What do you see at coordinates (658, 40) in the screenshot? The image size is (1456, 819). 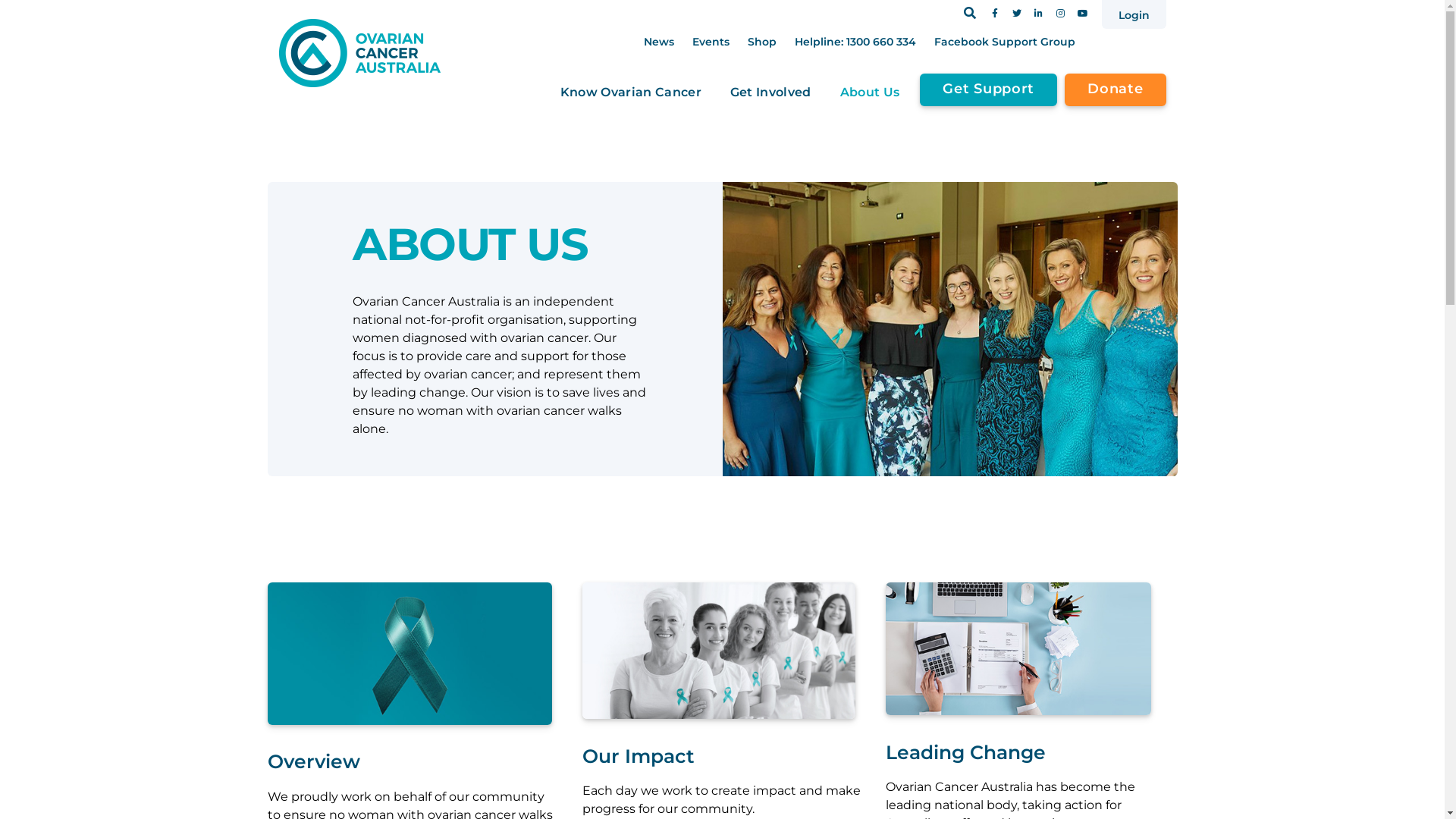 I see `'News'` at bounding box center [658, 40].